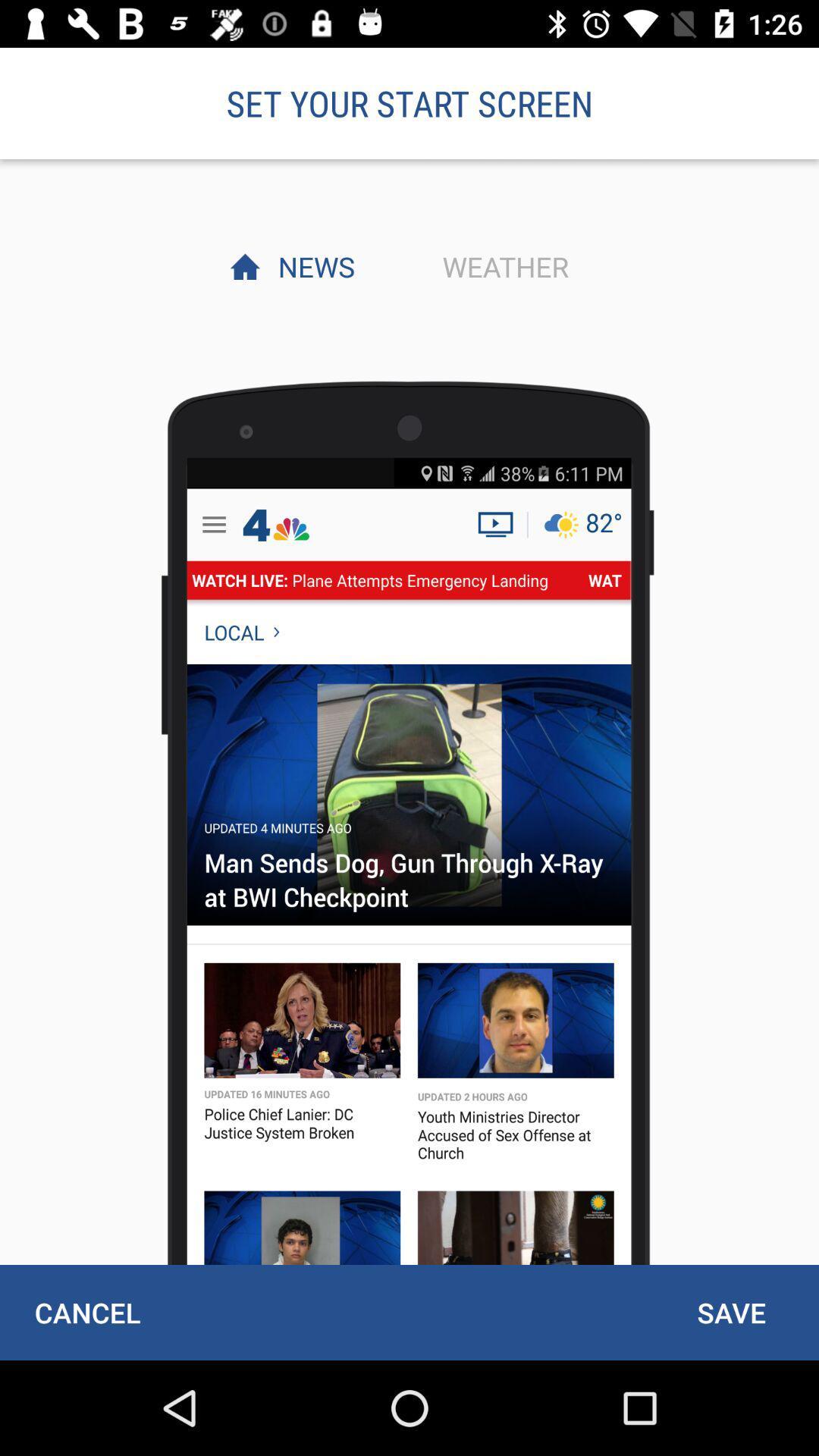  Describe the element at coordinates (409, 102) in the screenshot. I see `the set your start item` at that location.